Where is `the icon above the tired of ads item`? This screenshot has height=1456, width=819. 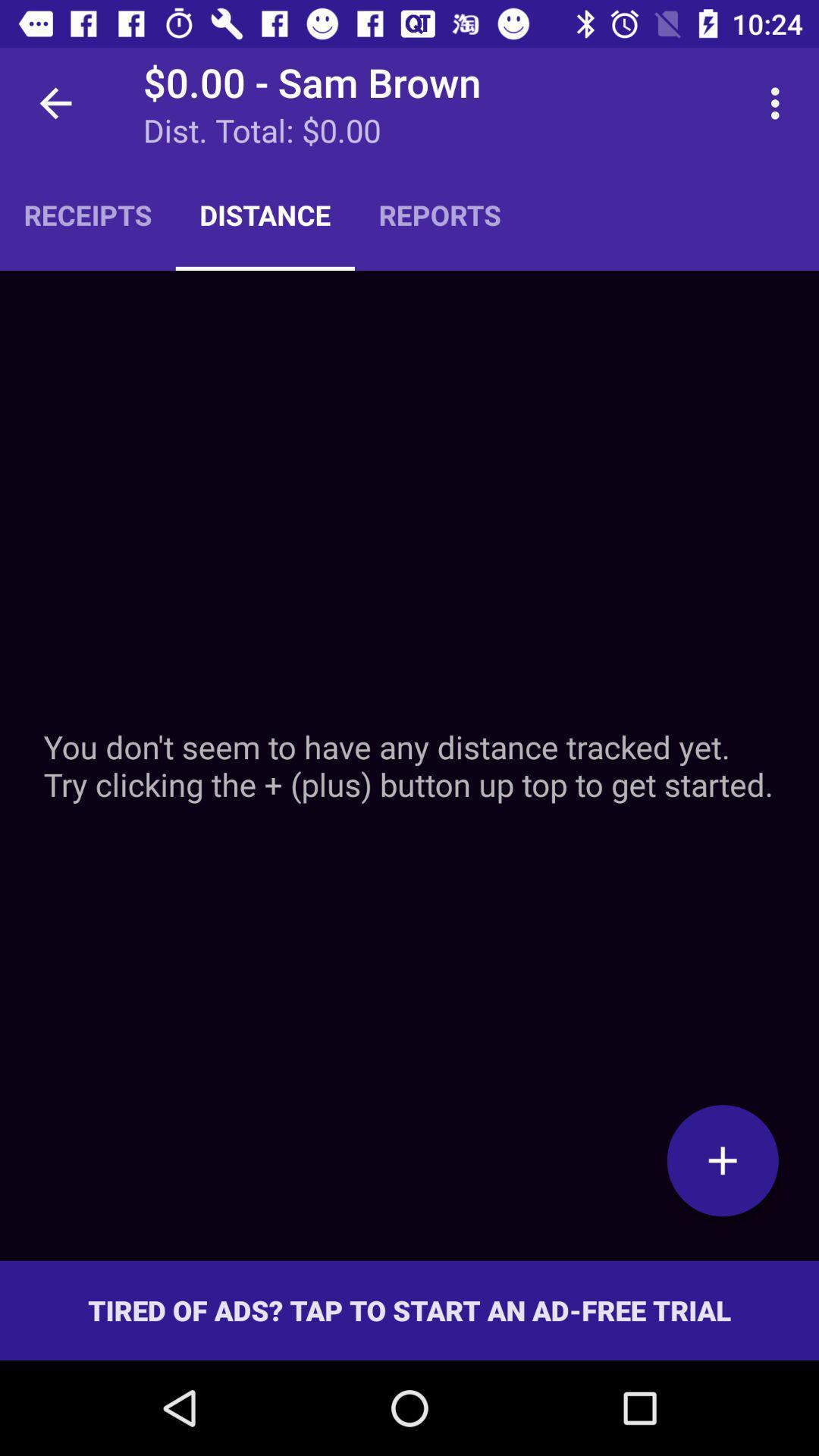
the icon above the tired of ads item is located at coordinates (722, 1159).